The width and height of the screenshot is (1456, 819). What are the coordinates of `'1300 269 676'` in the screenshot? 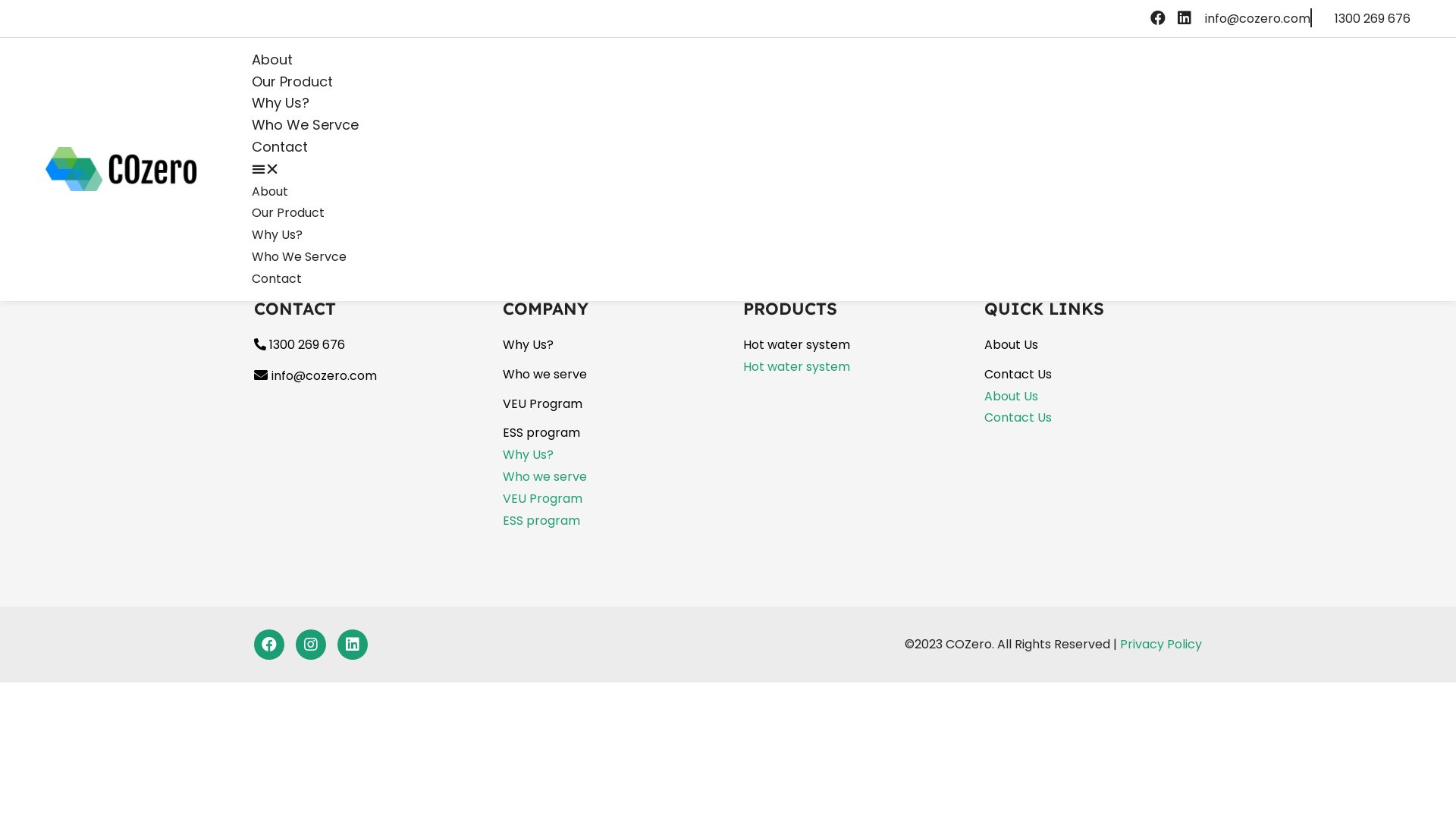 It's located at (299, 344).